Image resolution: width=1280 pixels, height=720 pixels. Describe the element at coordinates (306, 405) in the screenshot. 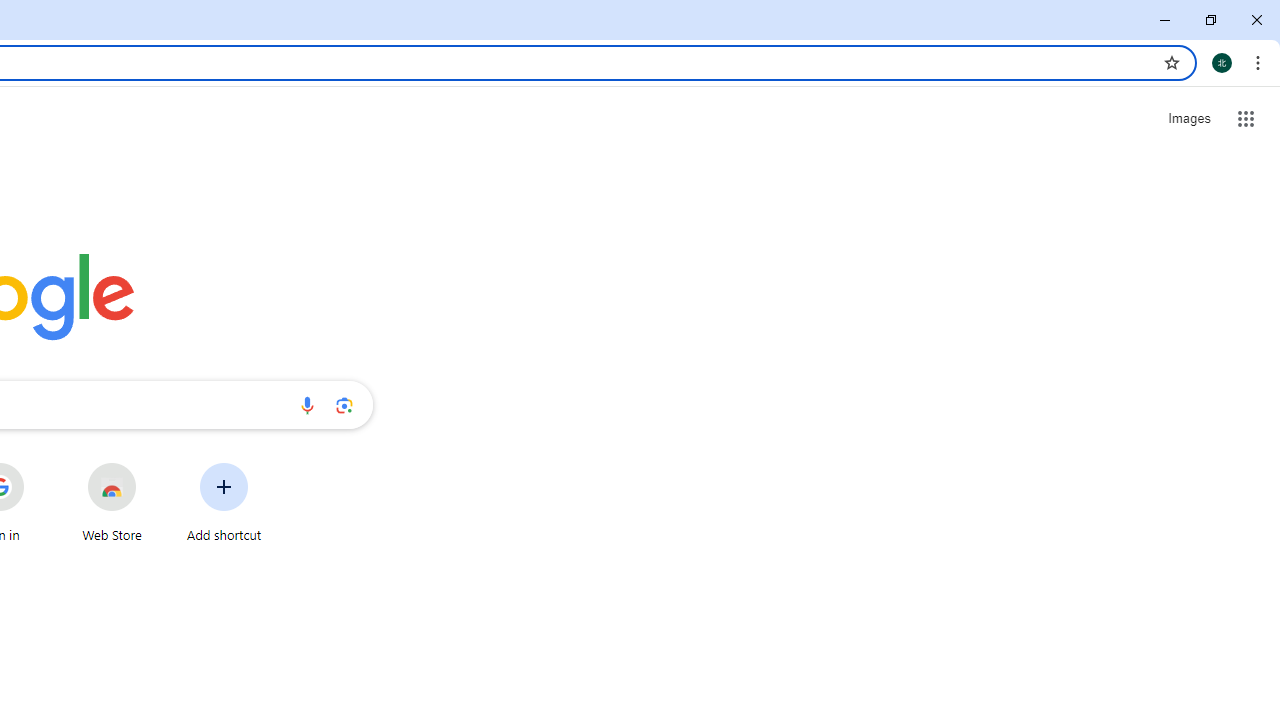

I see `'Search by voice'` at that location.